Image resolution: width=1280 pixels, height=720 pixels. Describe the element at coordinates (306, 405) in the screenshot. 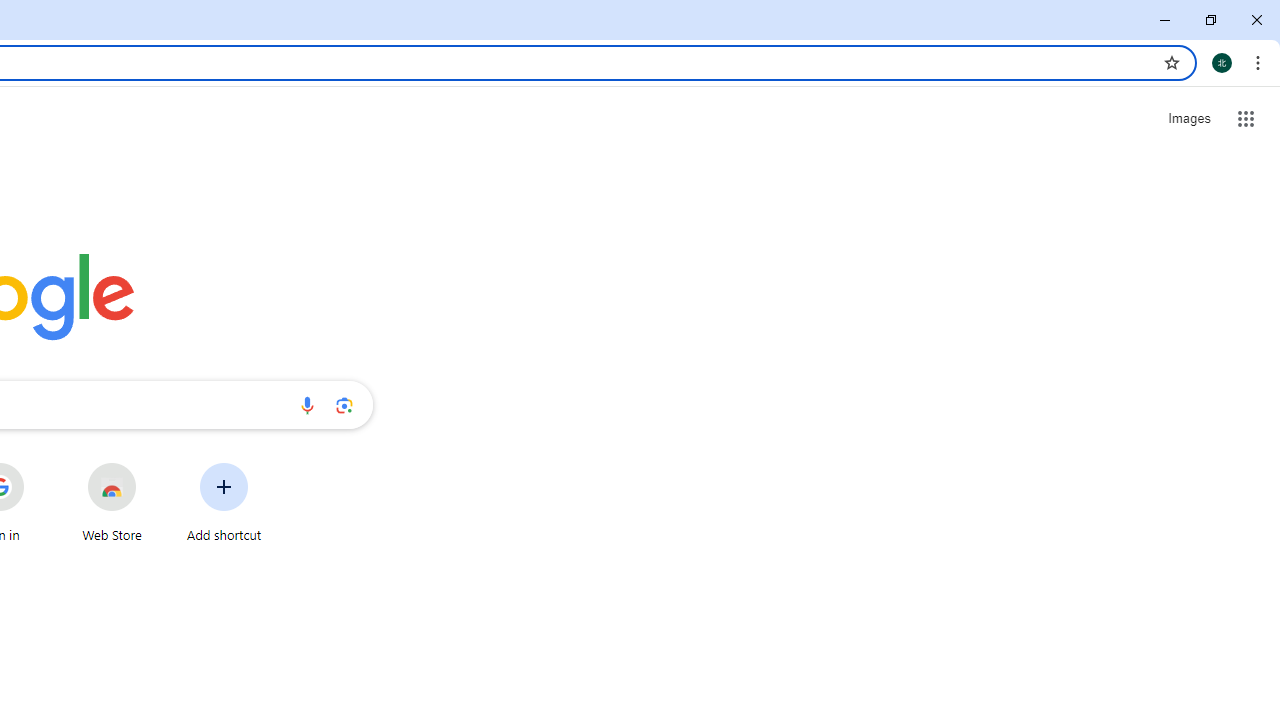

I see `'Search by voice'` at that location.